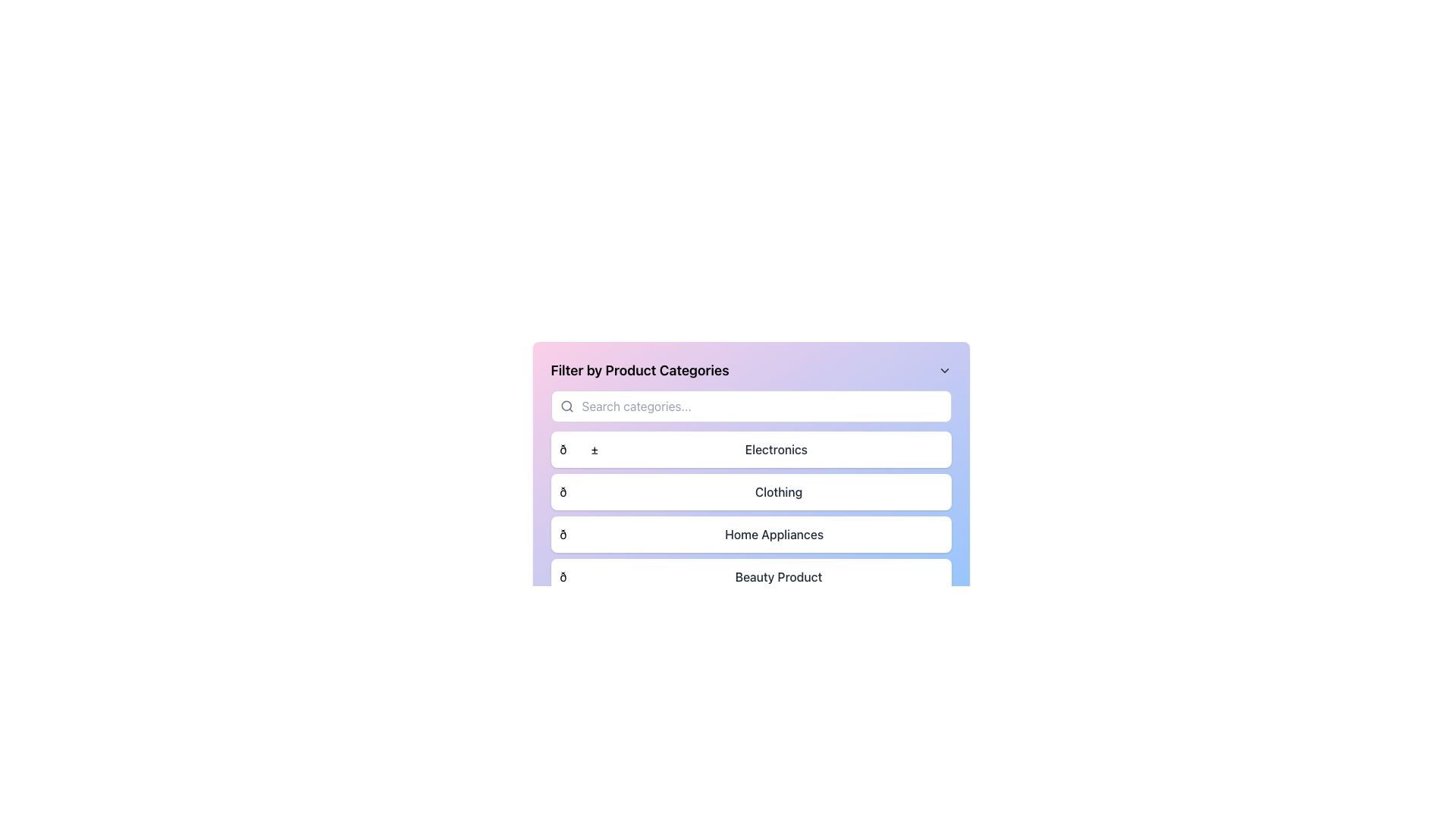 The image size is (1456, 819). Describe the element at coordinates (779, 576) in the screenshot. I see `on the 'Beauty Product' label in the filtering menu` at that location.